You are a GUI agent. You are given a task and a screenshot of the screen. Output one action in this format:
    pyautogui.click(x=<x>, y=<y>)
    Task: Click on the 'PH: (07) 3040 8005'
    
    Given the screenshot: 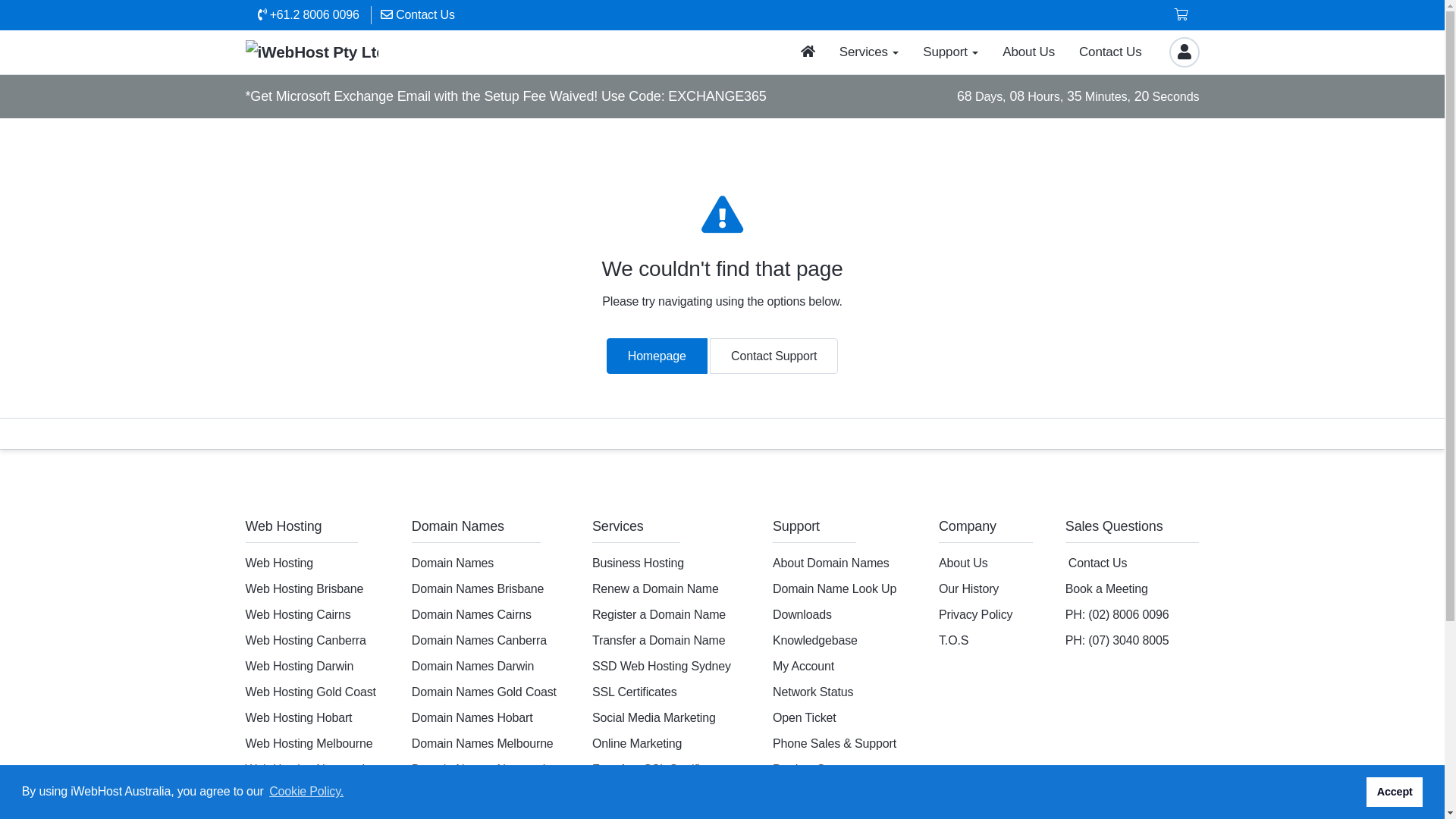 What is the action you would take?
    pyautogui.click(x=1117, y=640)
    